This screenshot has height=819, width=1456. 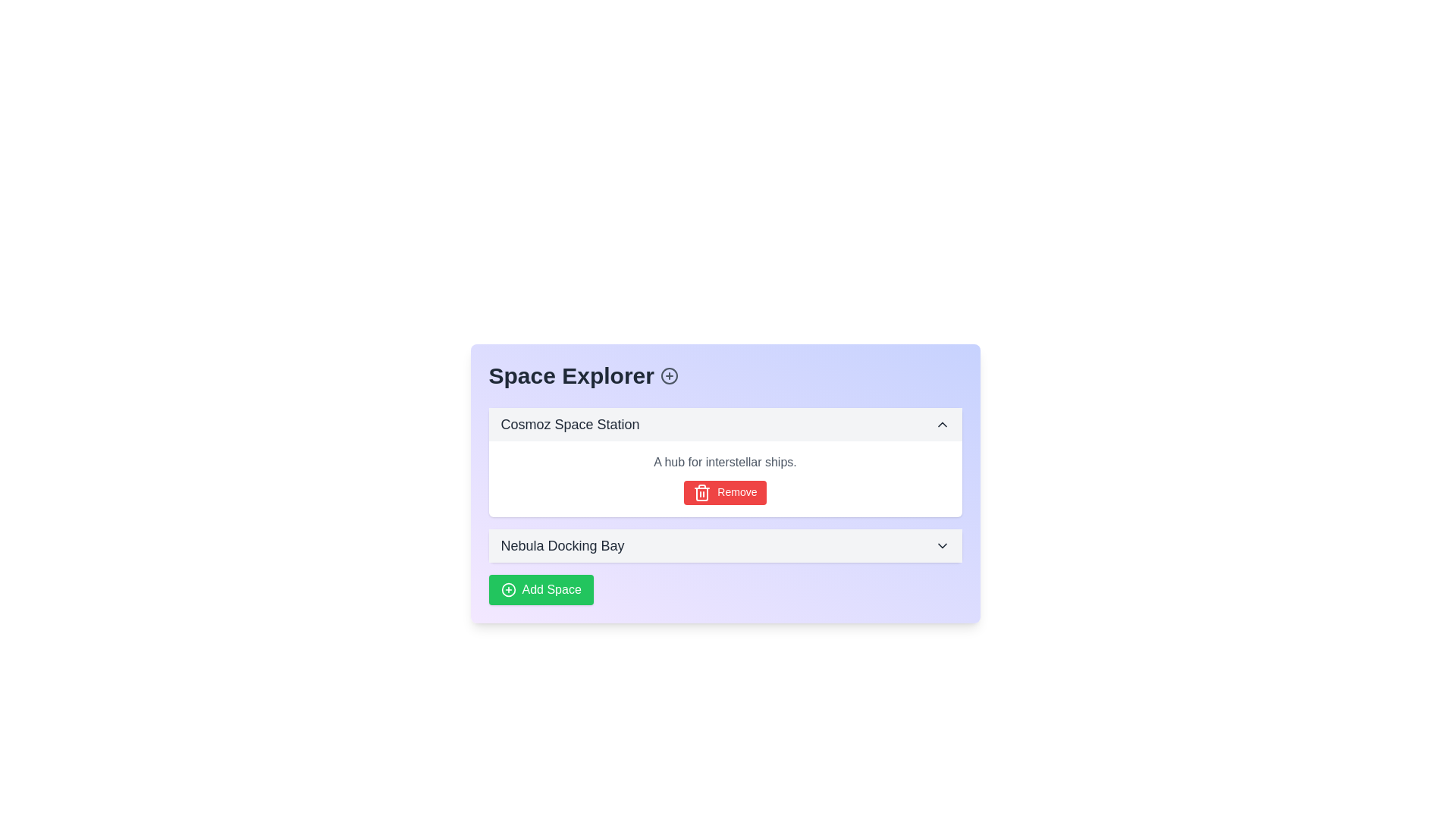 What do you see at coordinates (541, 589) in the screenshot?
I see `the 'Add Space' button, which is a green button with rounded corners and white text, located at the bottom of the 'Space Explorer' section` at bounding box center [541, 589].